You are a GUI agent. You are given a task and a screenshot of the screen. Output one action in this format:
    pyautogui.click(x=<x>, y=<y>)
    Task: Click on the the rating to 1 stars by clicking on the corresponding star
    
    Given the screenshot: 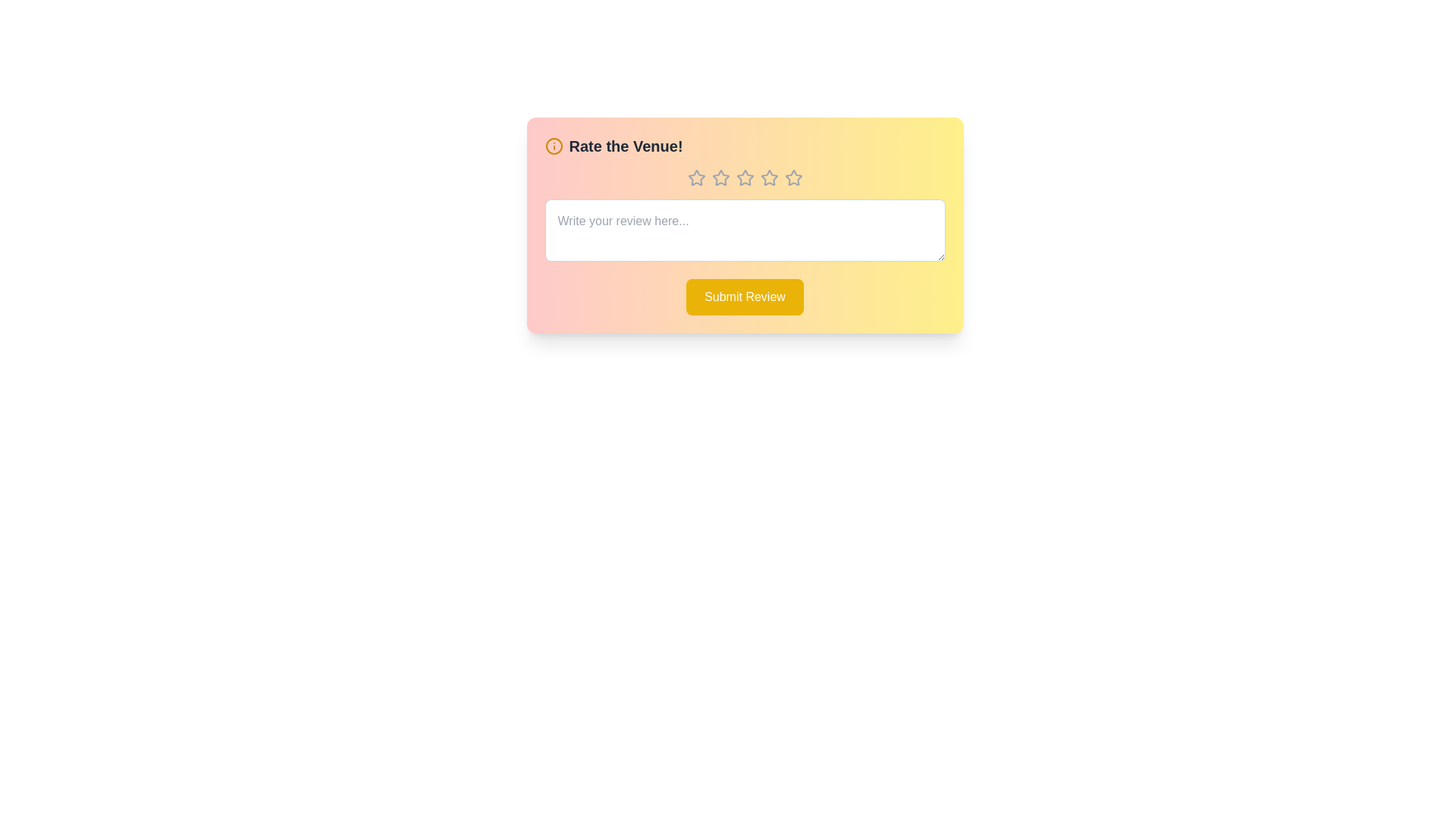 What is the action you would take?
    pyautogui.click(x=695, y=177)
    